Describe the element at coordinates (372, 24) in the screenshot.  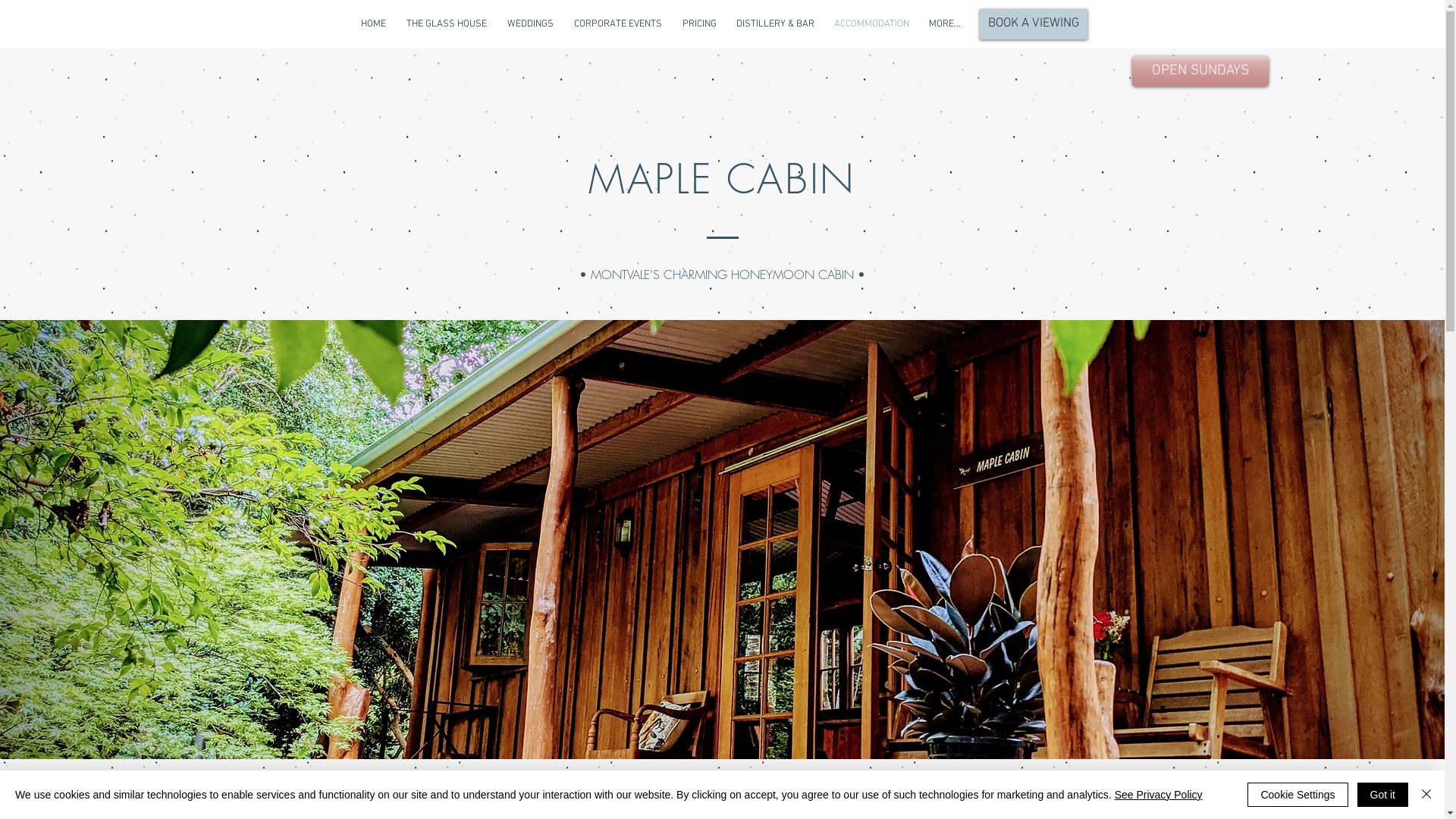
I see `'HOME'` at that location.